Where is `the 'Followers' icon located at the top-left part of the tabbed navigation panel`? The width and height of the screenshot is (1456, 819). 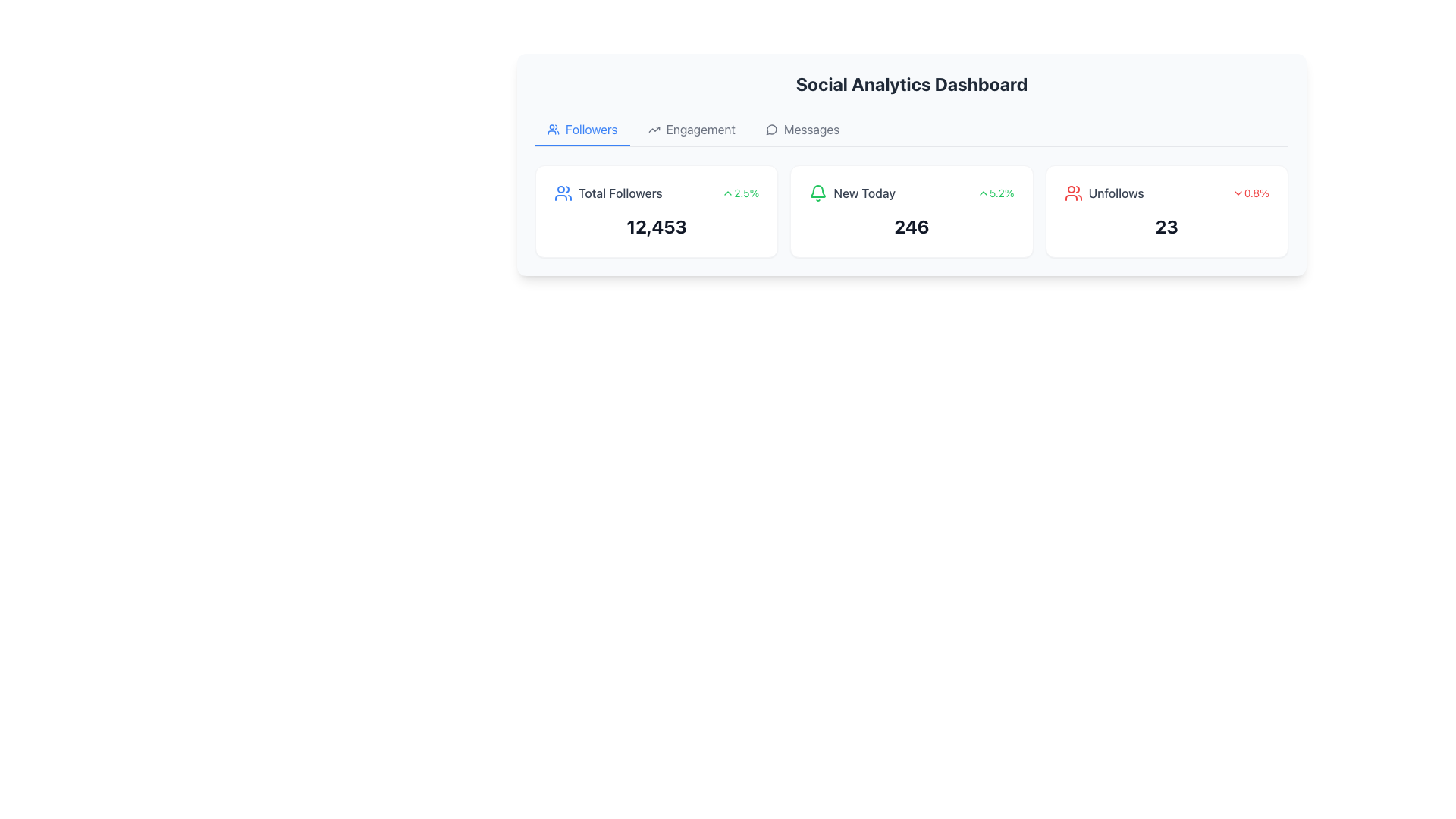
the 'Followers' icon located at the top-left part of the tabbed navigation panel is located at coordinates (552, 128).